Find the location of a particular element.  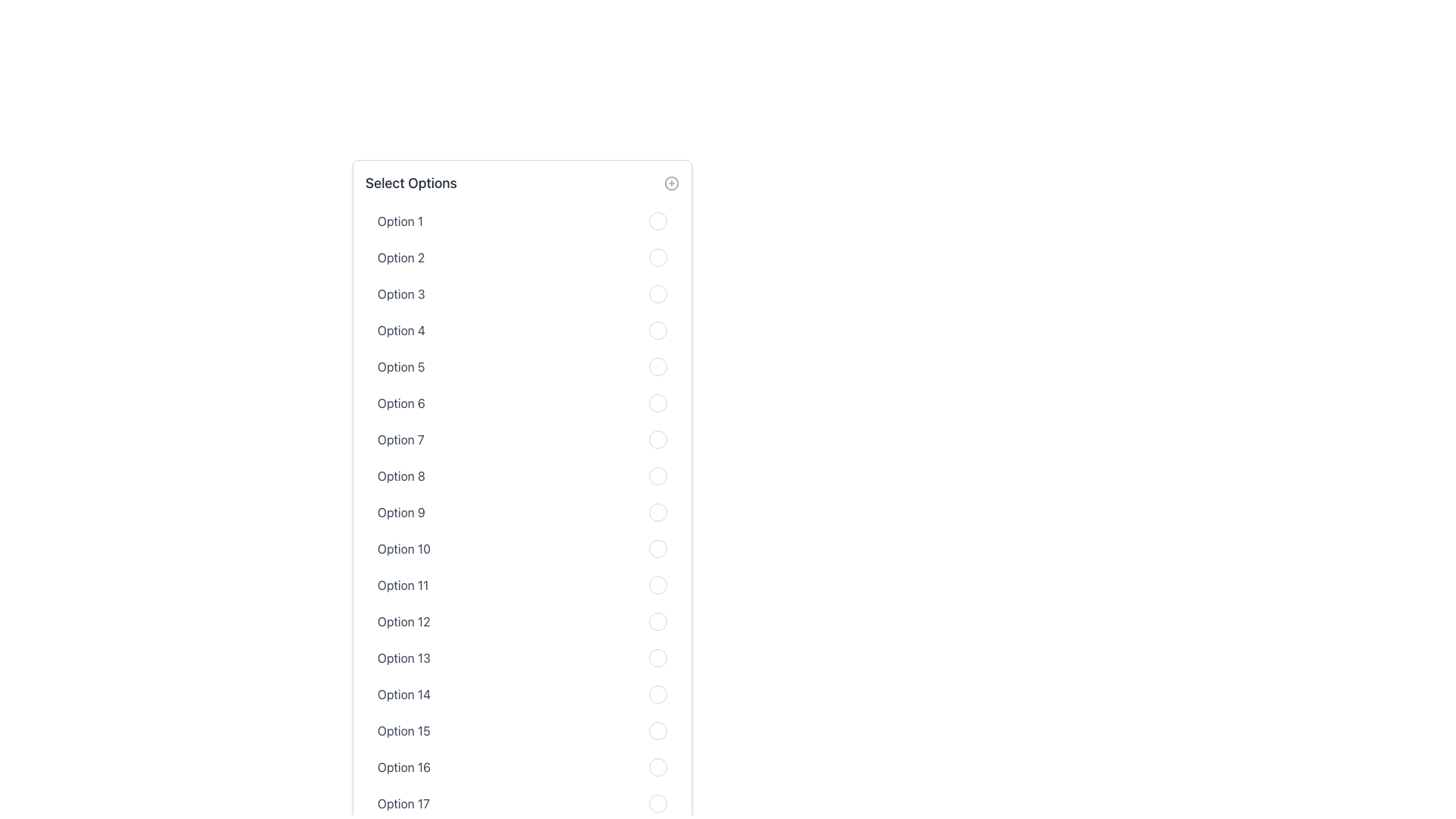

the radio button labeled 'Option 3' is located at coordinates (658, 294).